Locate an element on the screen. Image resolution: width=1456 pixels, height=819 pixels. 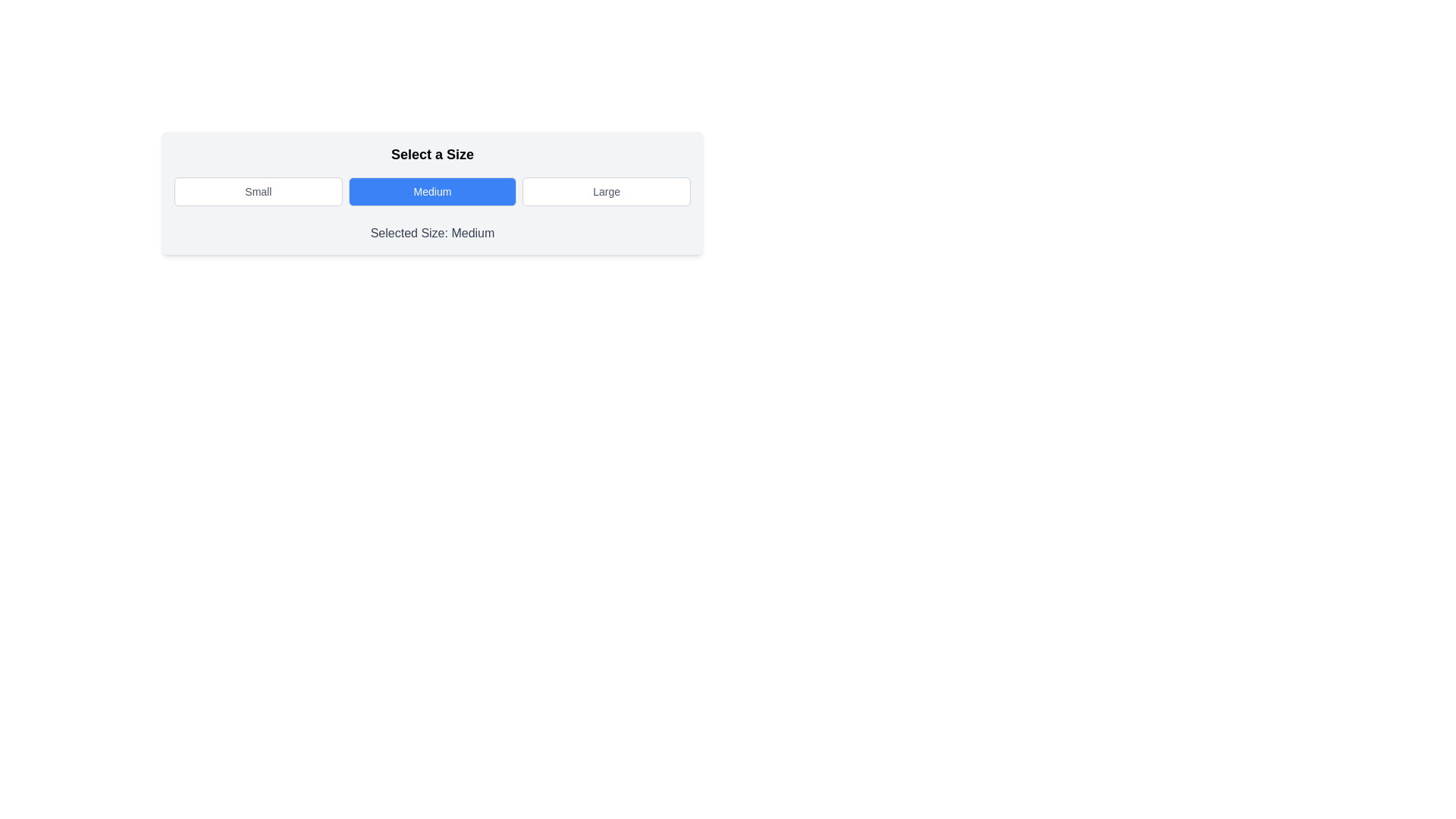
the text label that displays 'Select a Size', which is styled in a bold, large font and positioned at the top of the size selection section is located at coordinates (431, 155).